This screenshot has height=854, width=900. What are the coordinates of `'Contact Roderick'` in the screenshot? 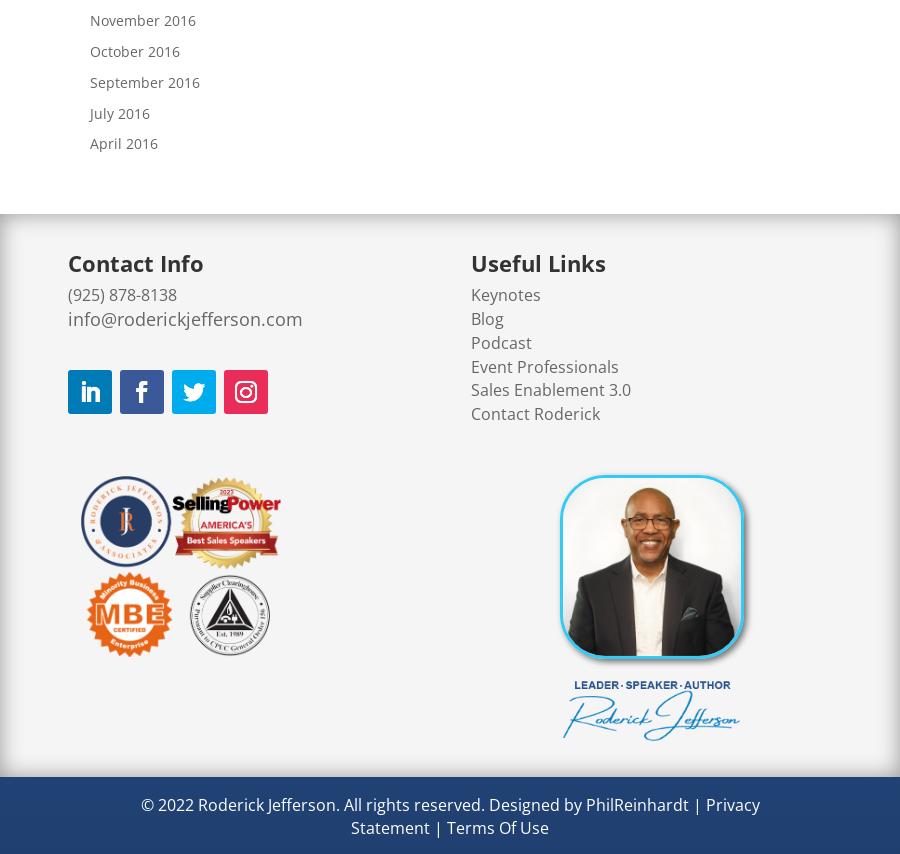 It's located at (534, 414).